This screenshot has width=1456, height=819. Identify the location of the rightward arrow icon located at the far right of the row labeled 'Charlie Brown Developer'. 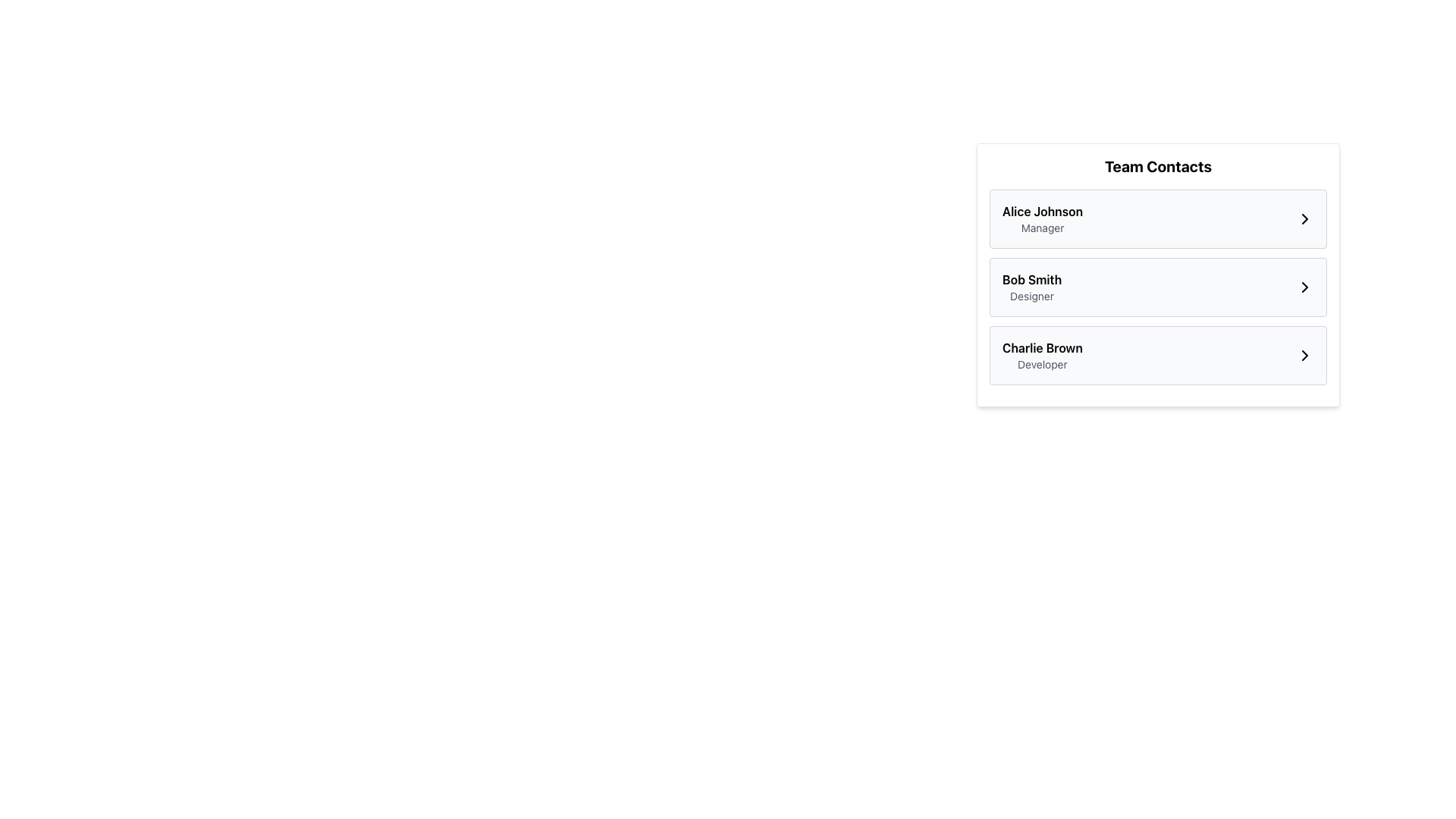
(1304, 356).